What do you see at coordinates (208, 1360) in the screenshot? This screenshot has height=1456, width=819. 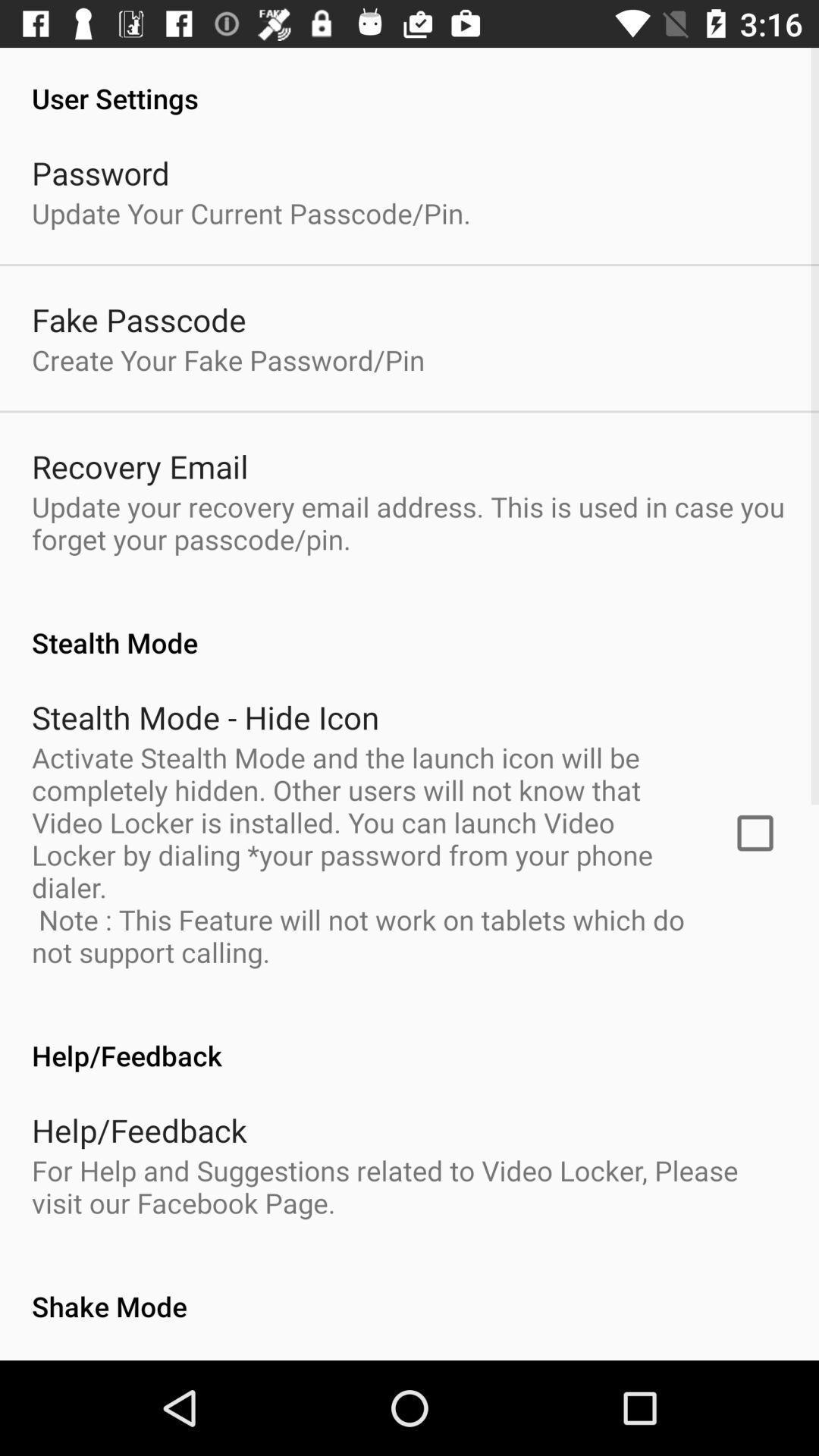 I see `the shake phone to app` at bounding box center [208, 1360].